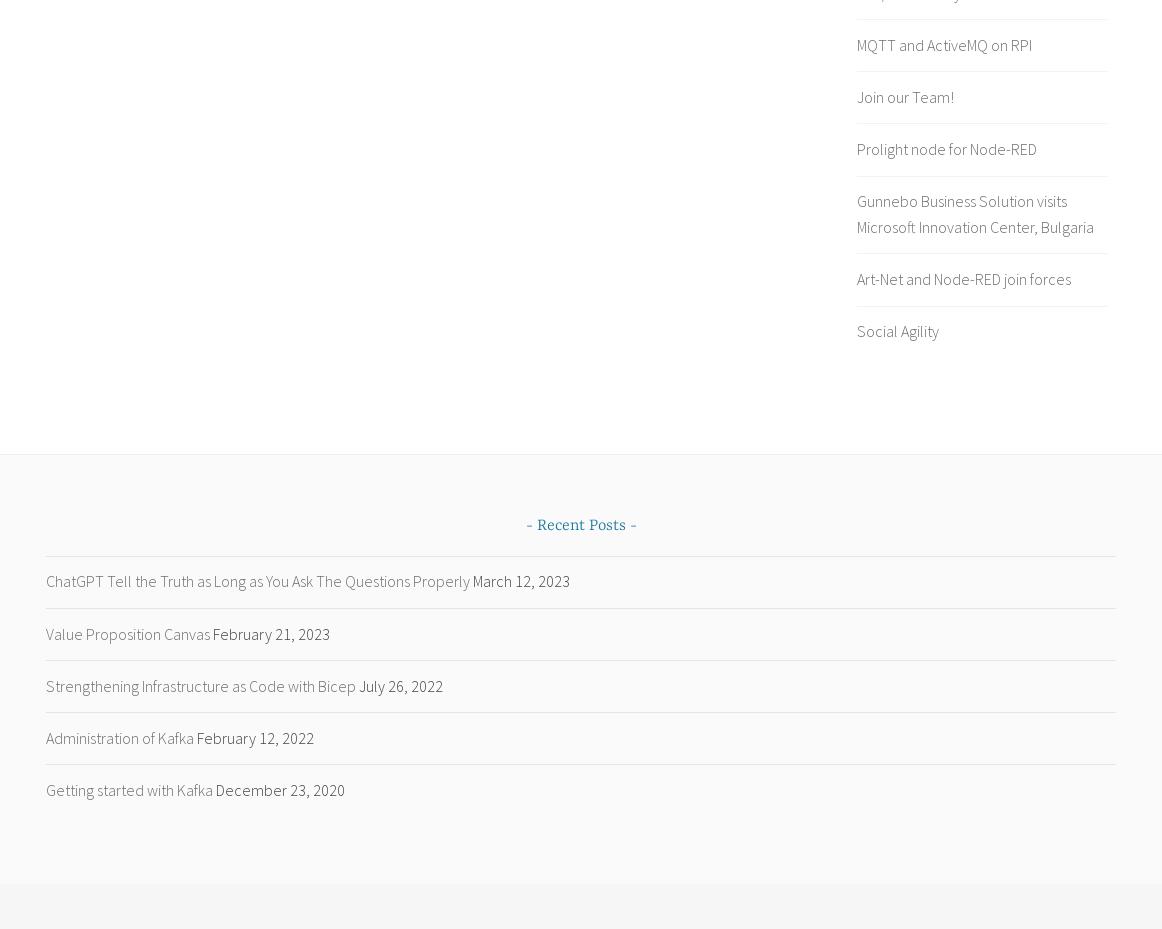 The width and height of the screenshot is (1162, 929). What do you see at coordinates (856, 277) in the screenshot?
I see `'Art-Net and Node-RED join forces'` at bounding box center [856, 277].